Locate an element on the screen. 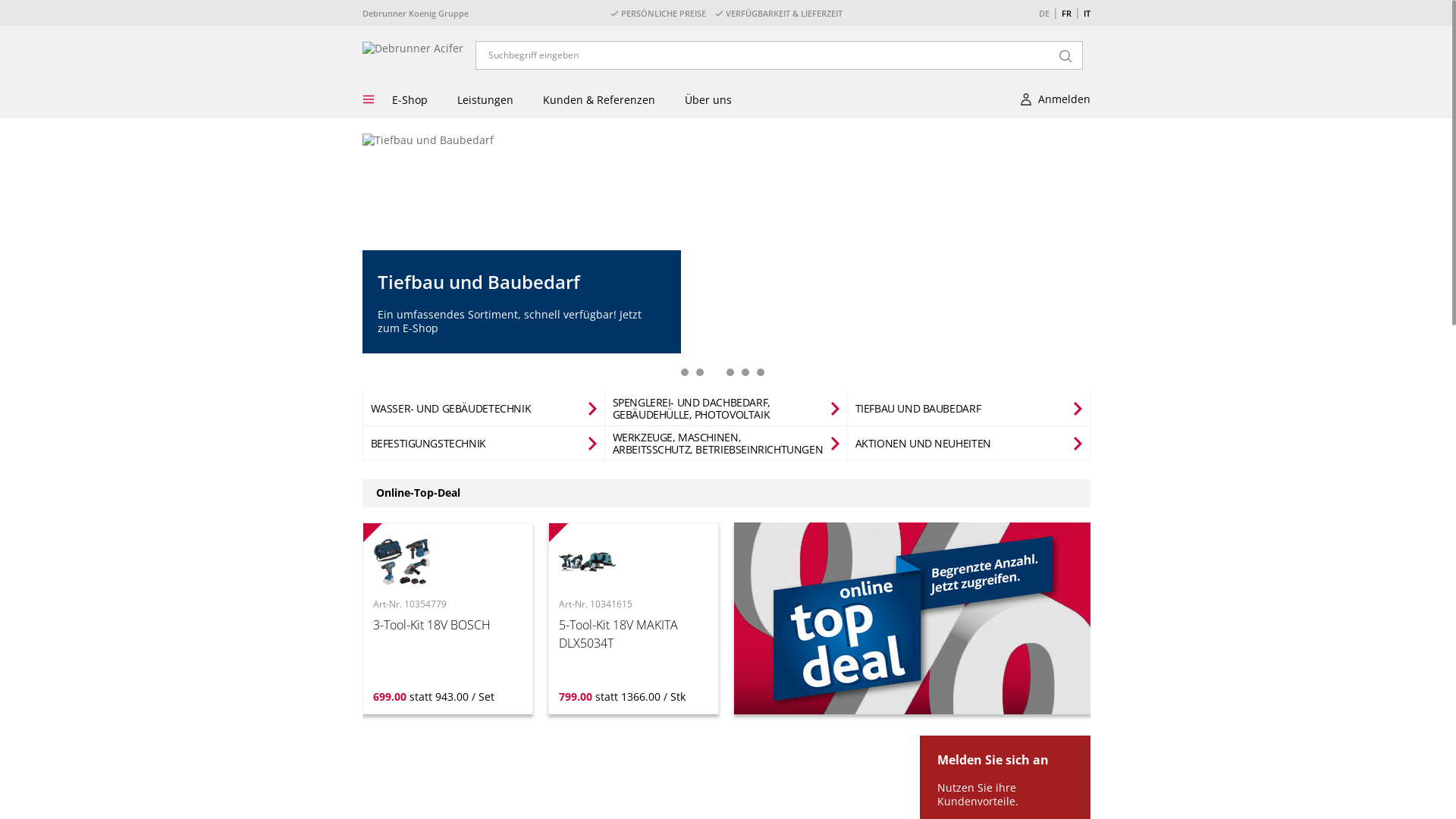  'Kunden & Referenzen' is located at coordinates (598, 99).